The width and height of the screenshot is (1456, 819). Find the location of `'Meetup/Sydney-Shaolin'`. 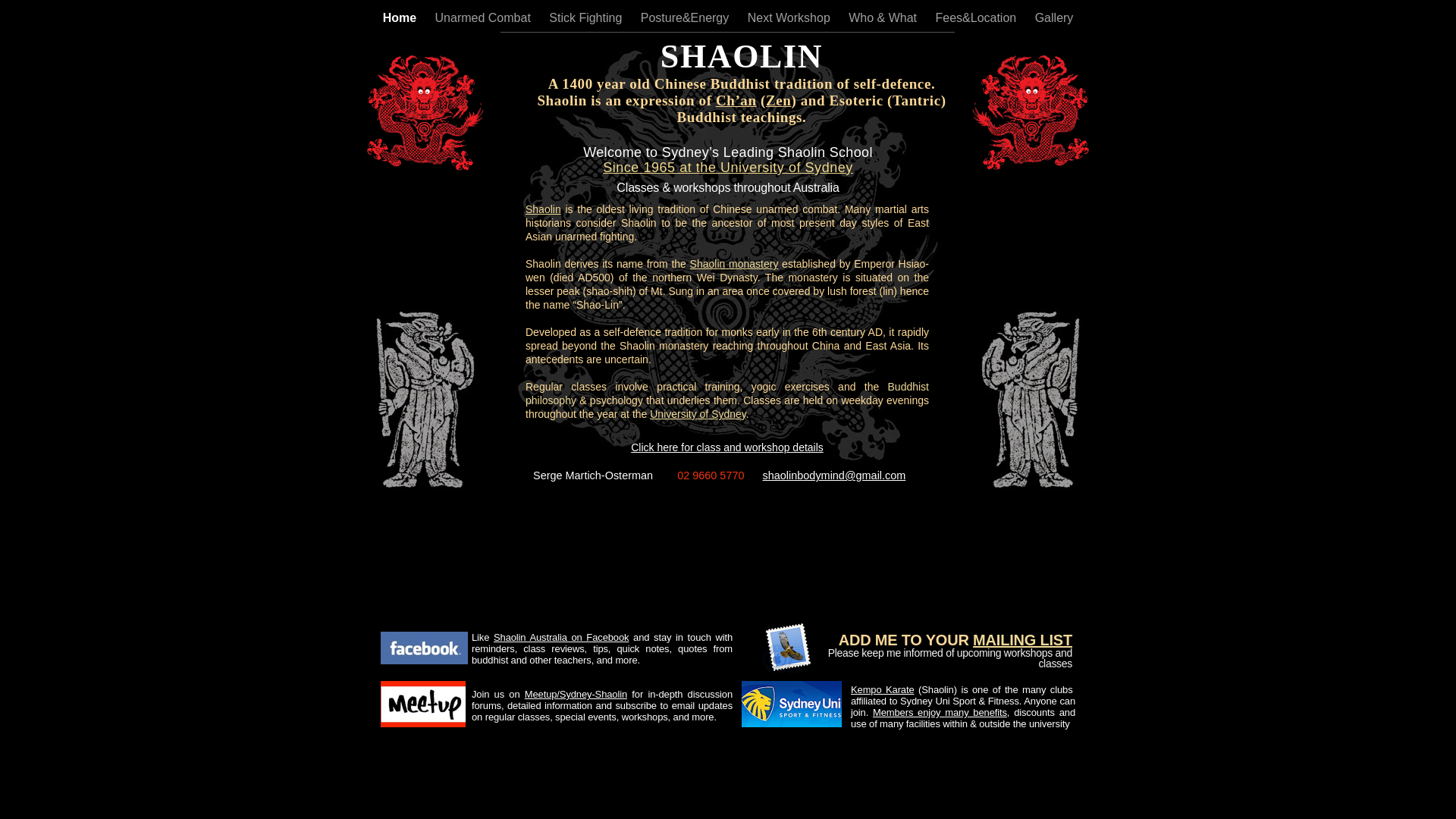

'Meetup/Sydney-Shaolin' is located at coordinates (575, 694).